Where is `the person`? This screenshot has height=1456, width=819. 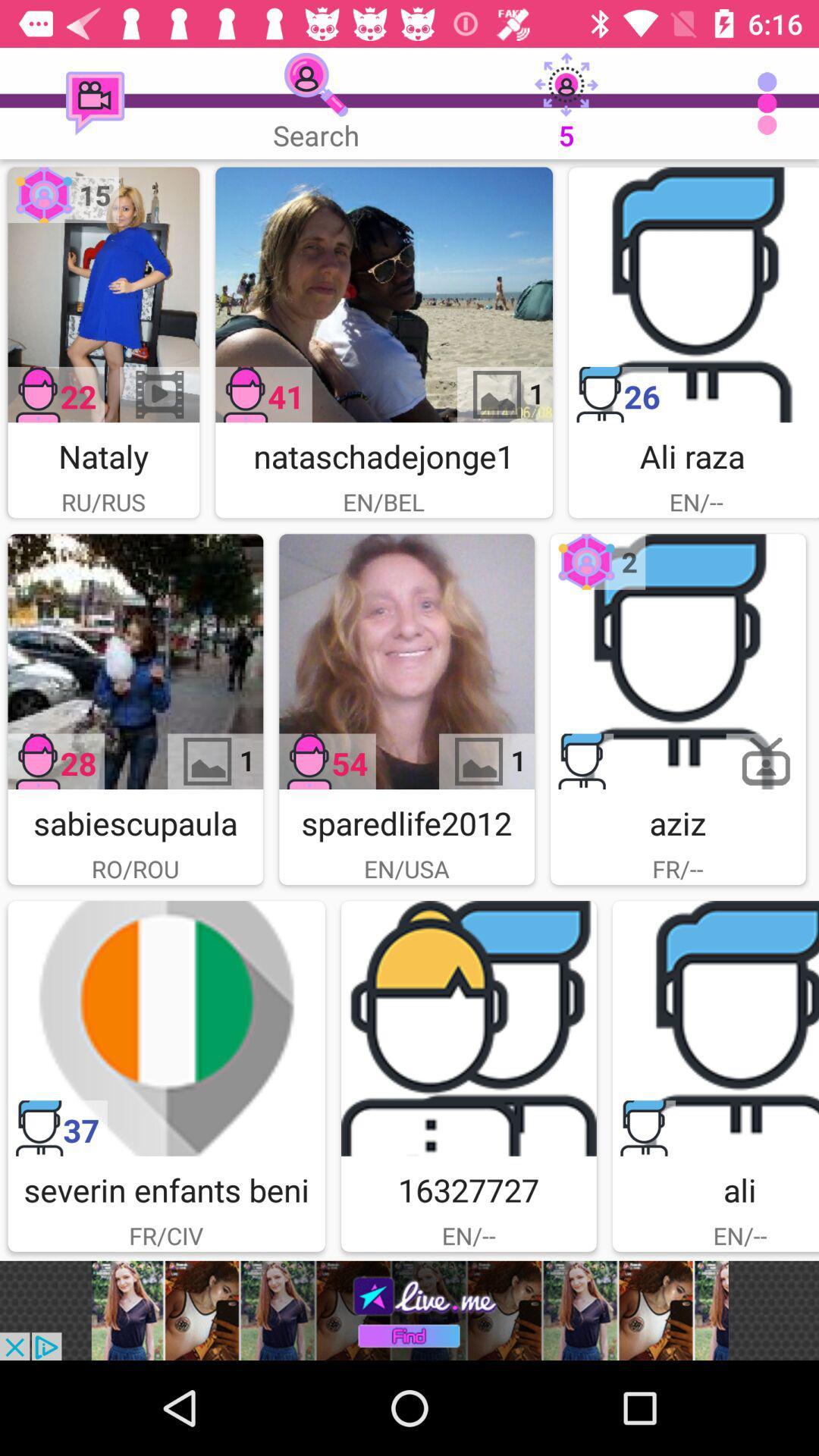
the person is located at coordinates (693, 294).